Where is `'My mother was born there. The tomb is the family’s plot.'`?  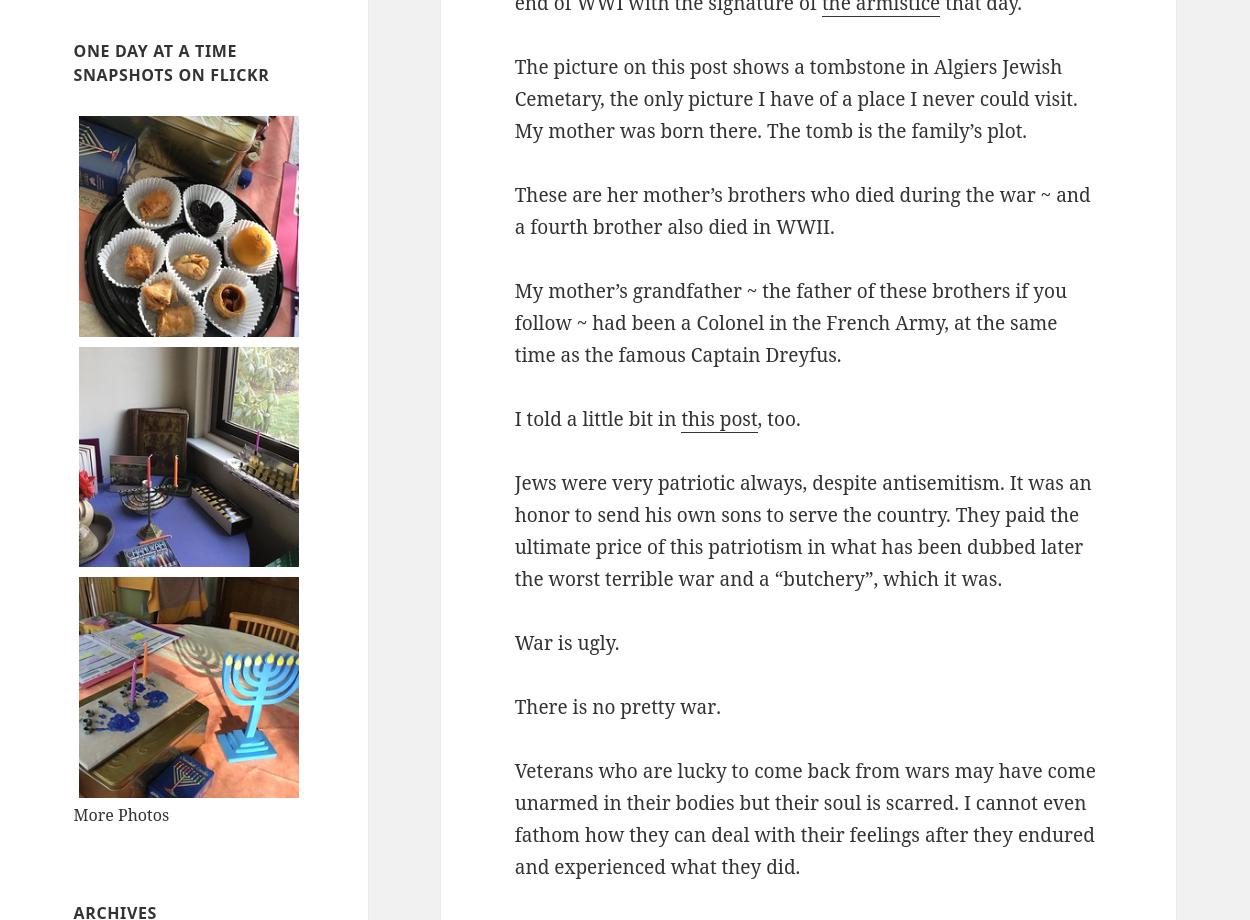 'My mother was born there. The tomb is the family’s plot.' is located at coordinates (770, 130).